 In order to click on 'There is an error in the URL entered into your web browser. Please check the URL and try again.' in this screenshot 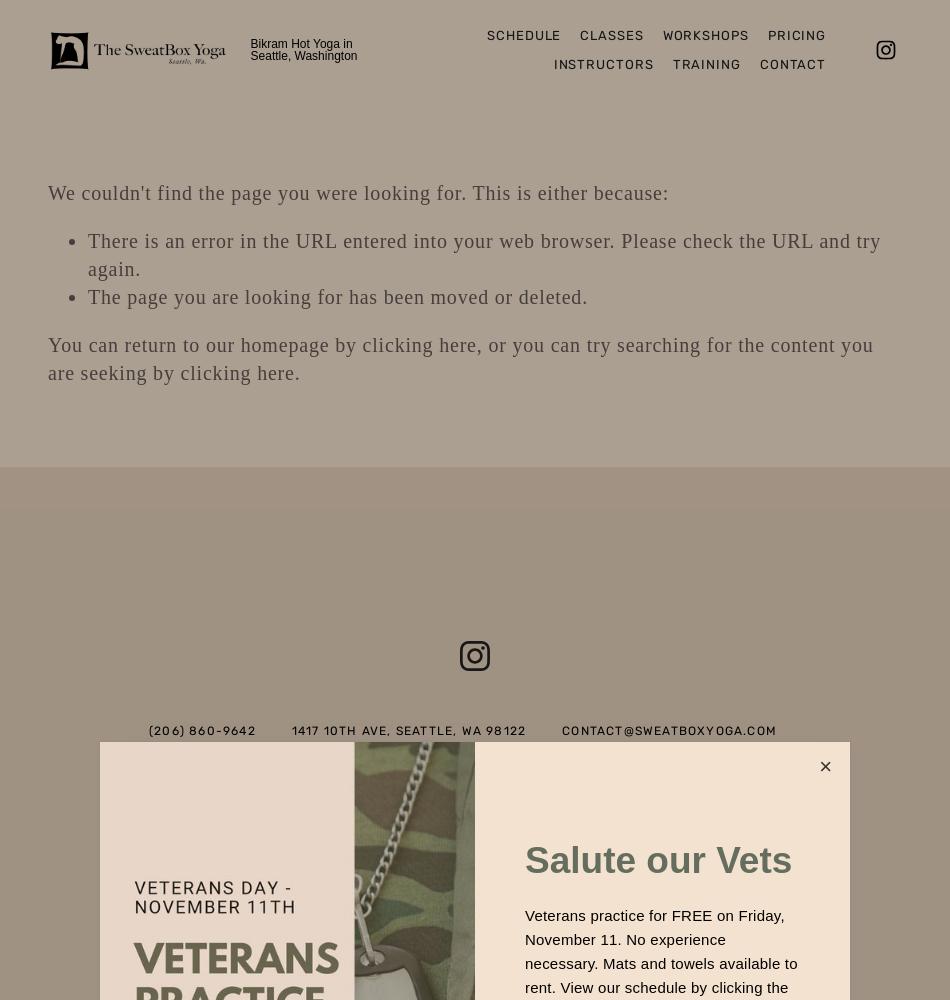, I will do `click(484, 255)`.